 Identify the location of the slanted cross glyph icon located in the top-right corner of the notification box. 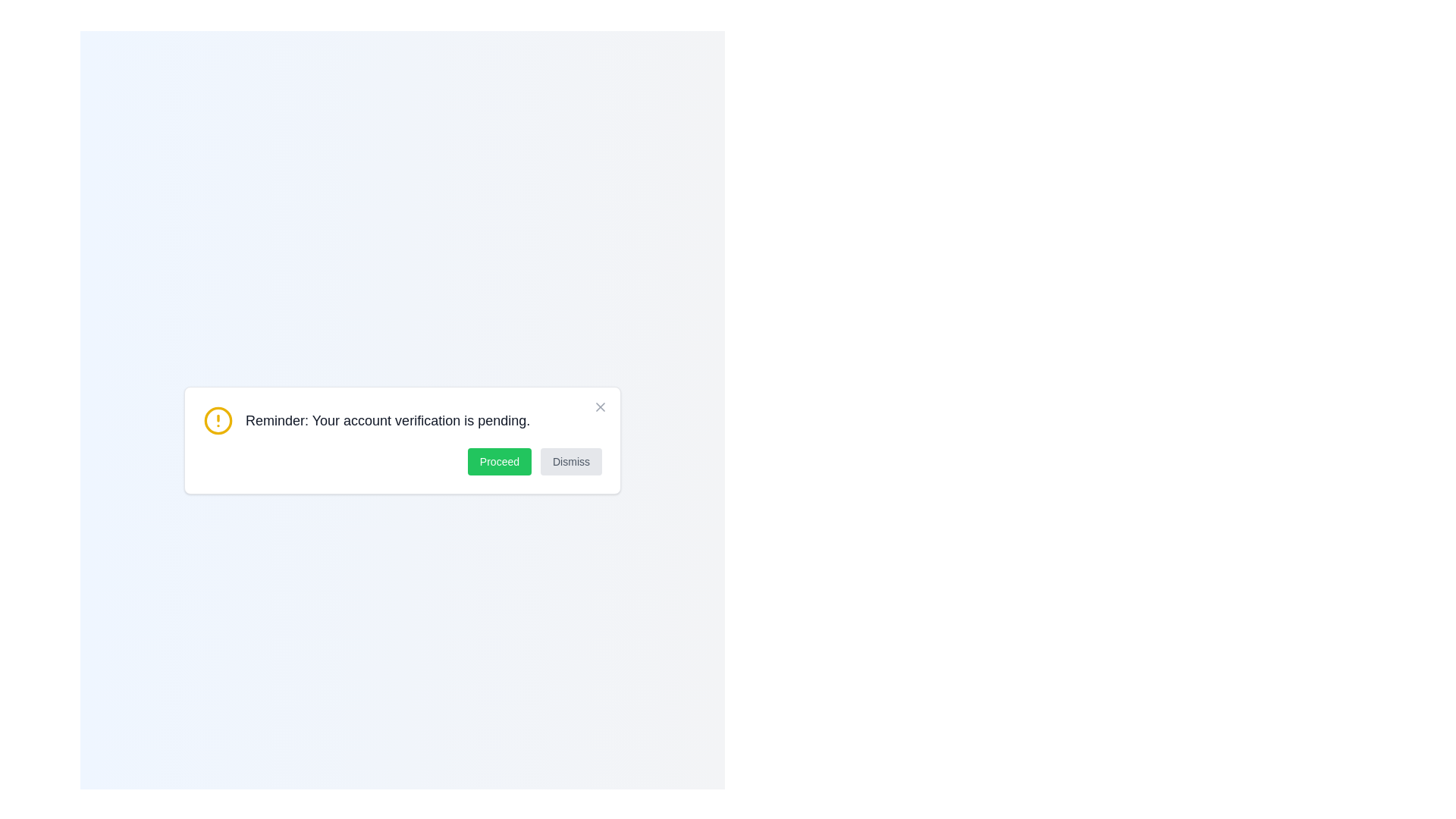
(600, 406).